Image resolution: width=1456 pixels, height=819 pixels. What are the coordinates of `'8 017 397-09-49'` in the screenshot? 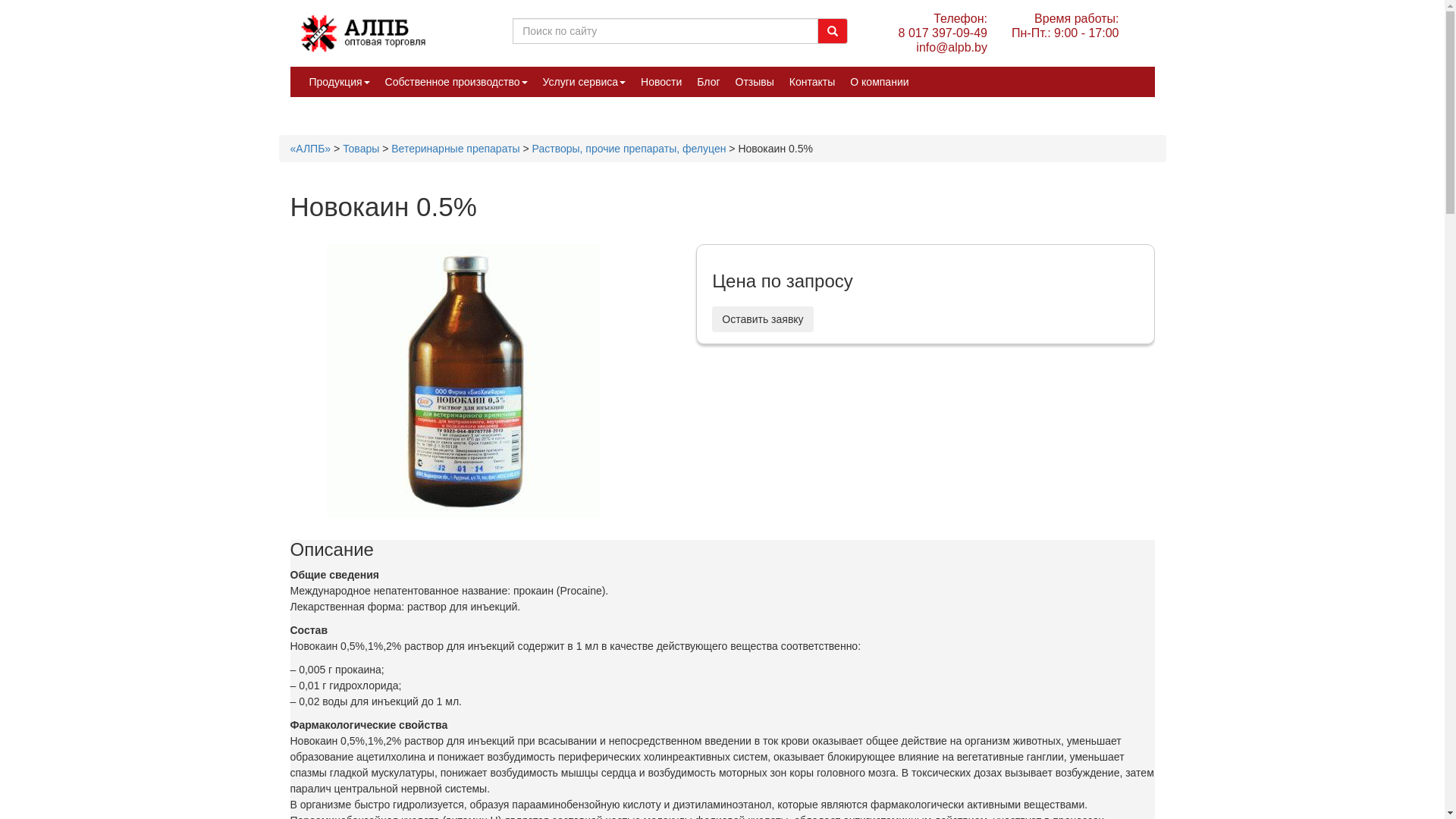 It's located at (942, 33).